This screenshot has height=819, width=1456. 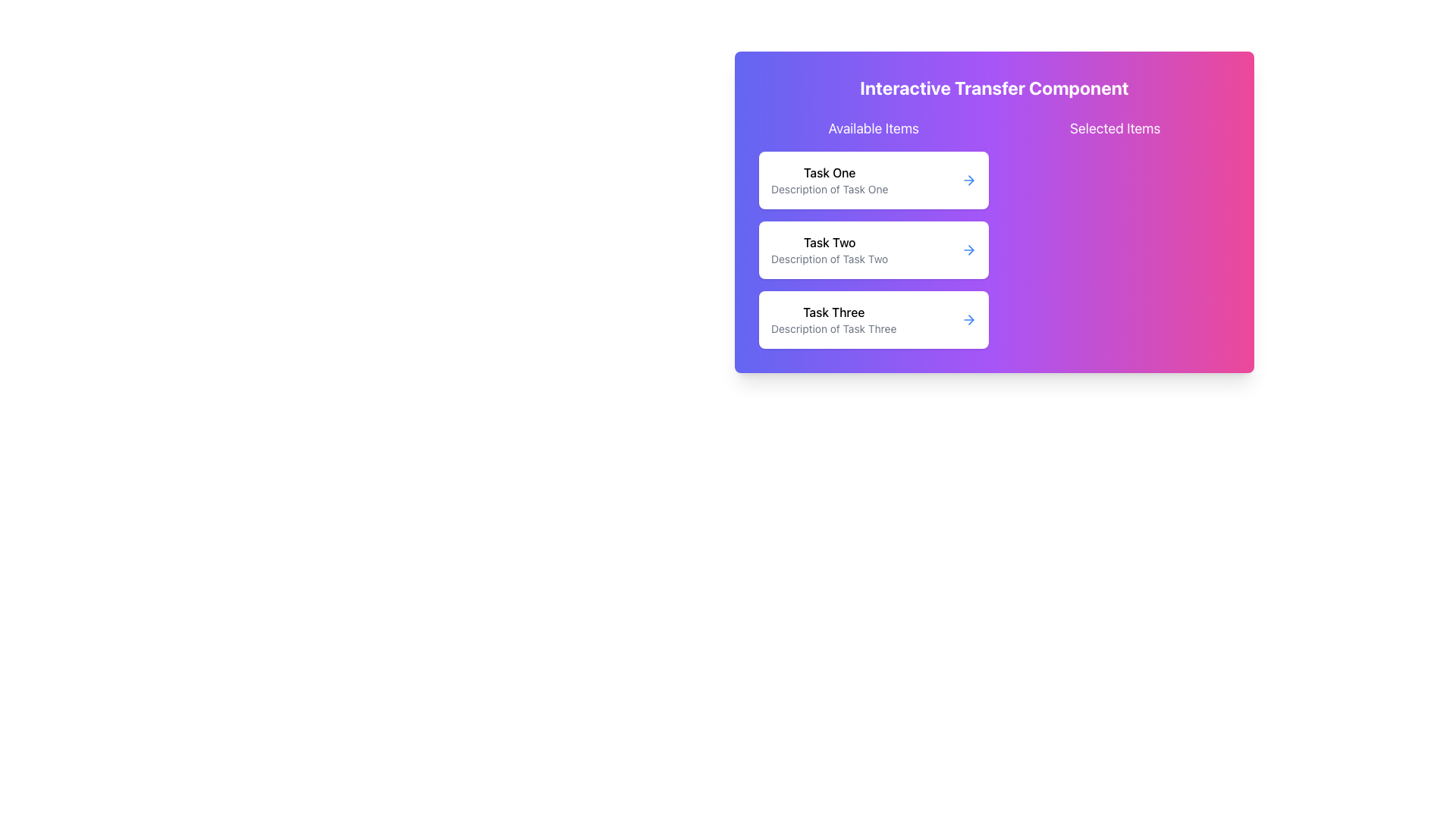 I want to click on the list item labeled 'Task Three', so click(x=874, y=318).